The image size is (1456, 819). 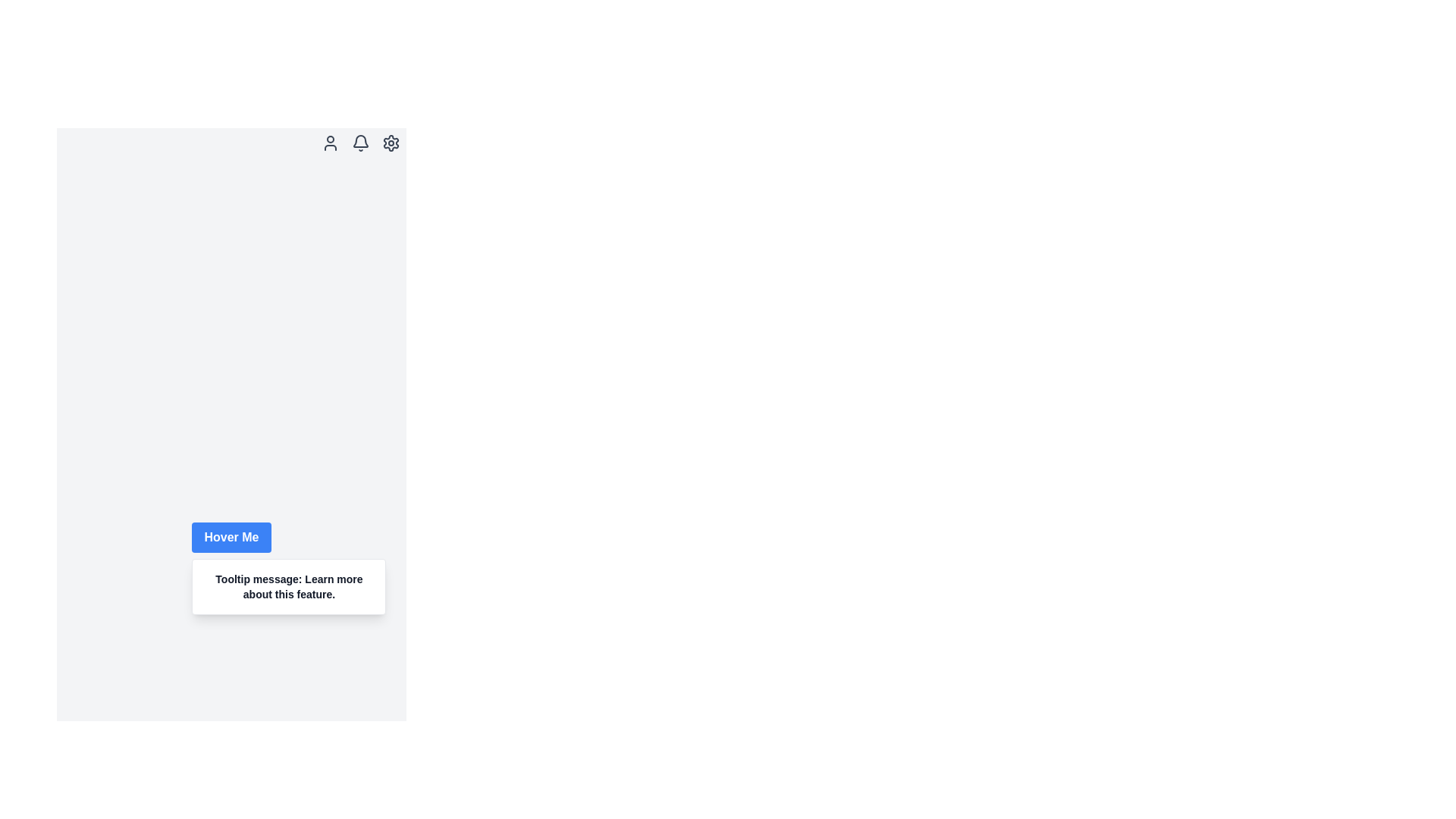 What do you see at coordinates (330, 143) in the screenshot?
I see `the user profile icon located at the top-right corner of the interface` at bounding box center [330, 143].